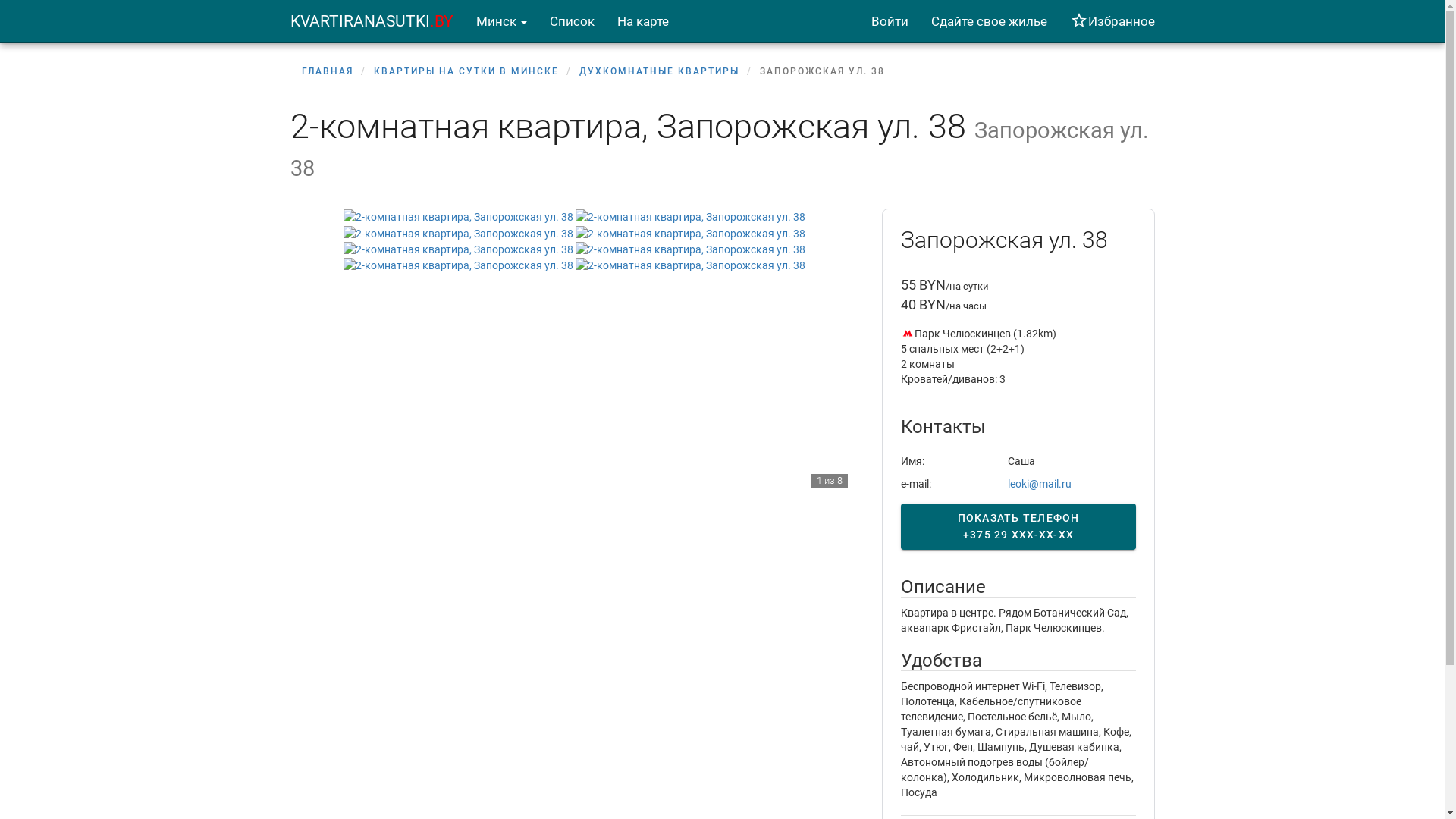  Describe the element at coordinates (372, 20) in the screenshot. I see `'KVARTIRANASUTKI.BY'` at that location.